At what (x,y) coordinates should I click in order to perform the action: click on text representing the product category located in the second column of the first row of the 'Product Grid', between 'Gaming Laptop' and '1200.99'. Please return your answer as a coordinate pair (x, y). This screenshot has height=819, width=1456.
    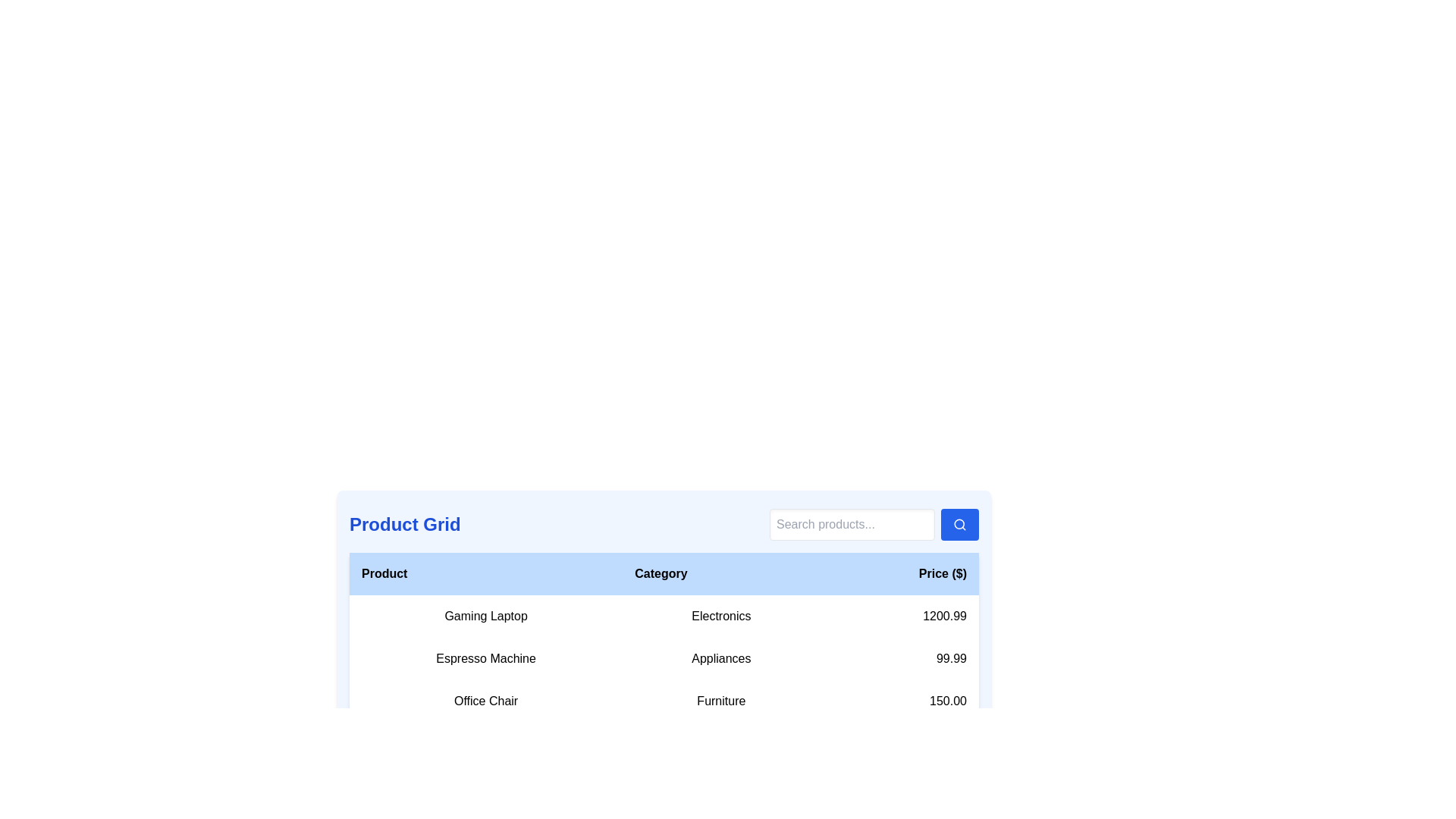
    Looking at the image, I should click on (720, 617).